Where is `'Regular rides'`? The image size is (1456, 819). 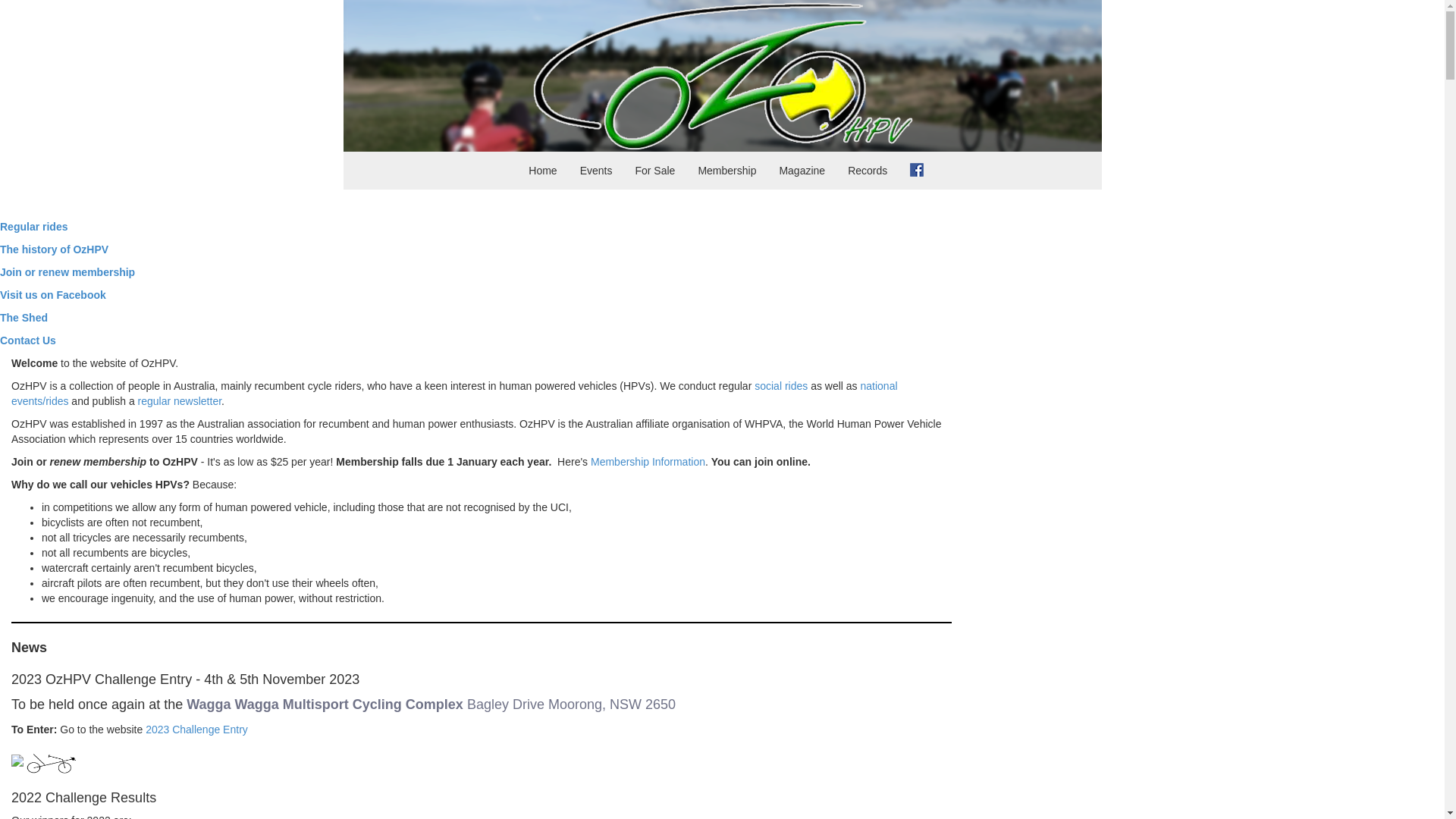
'Regular rides' is located at coordinates (33, 227).